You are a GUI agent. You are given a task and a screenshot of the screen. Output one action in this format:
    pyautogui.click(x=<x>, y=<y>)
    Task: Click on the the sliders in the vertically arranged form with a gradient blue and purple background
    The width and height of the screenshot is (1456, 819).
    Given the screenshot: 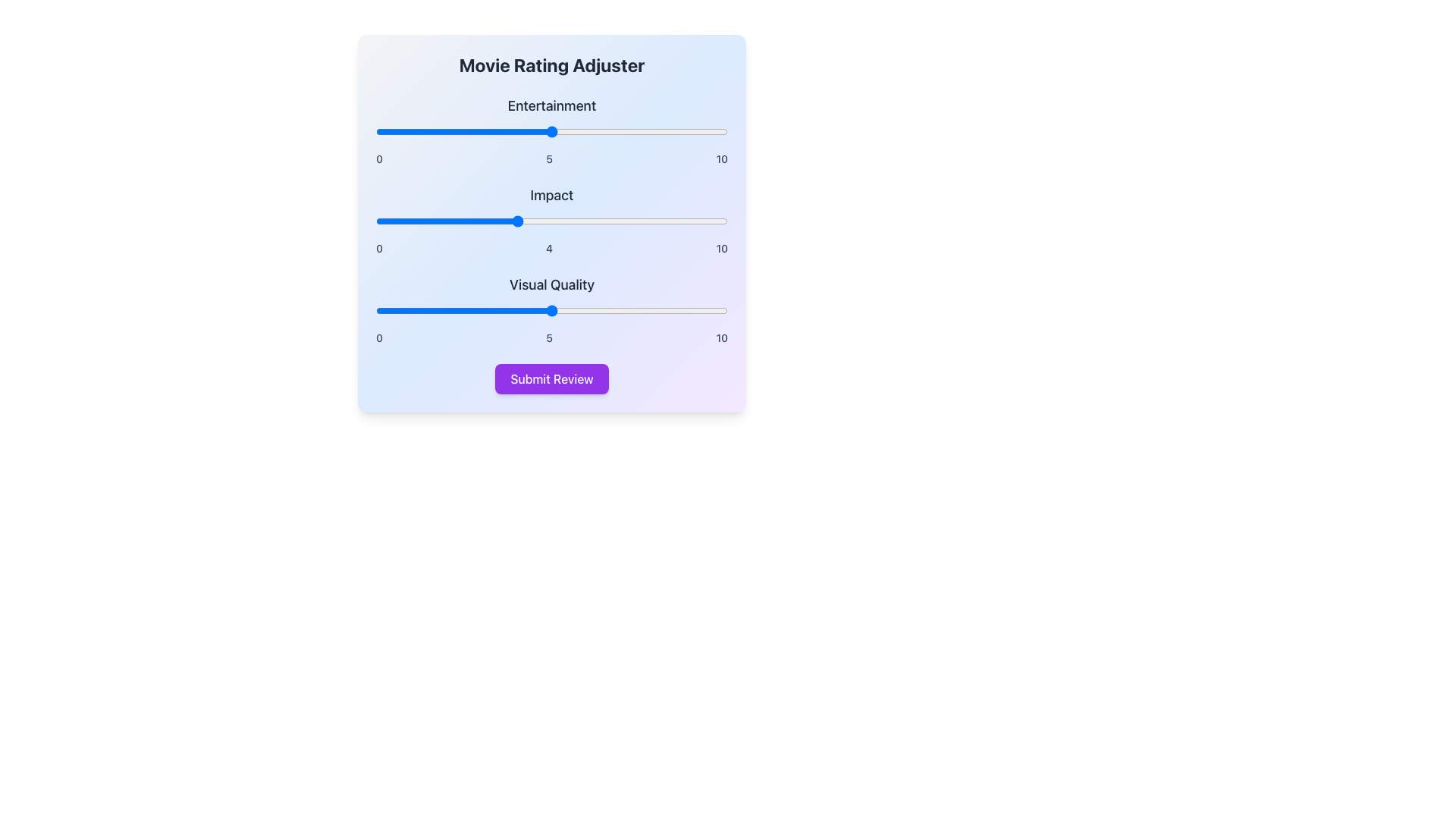 What is the action you would take?
    pyautogui.click(x=551, y=223)
    